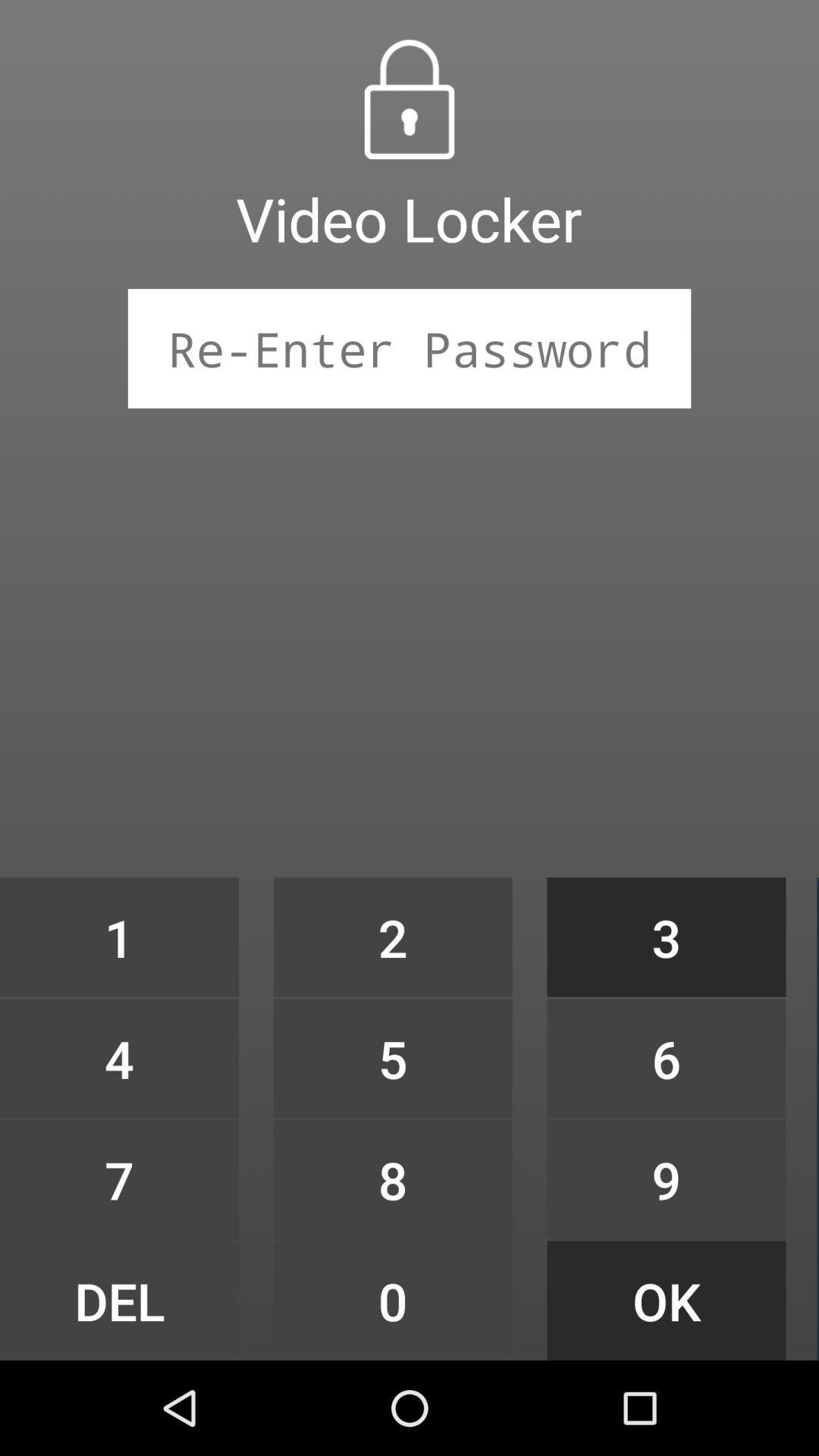 The width and height of the screenshot is (819, 1456). What do you see at coordinates (118, 1300) in the screenshot?
I see `del` at bounding box center [118, 1300].